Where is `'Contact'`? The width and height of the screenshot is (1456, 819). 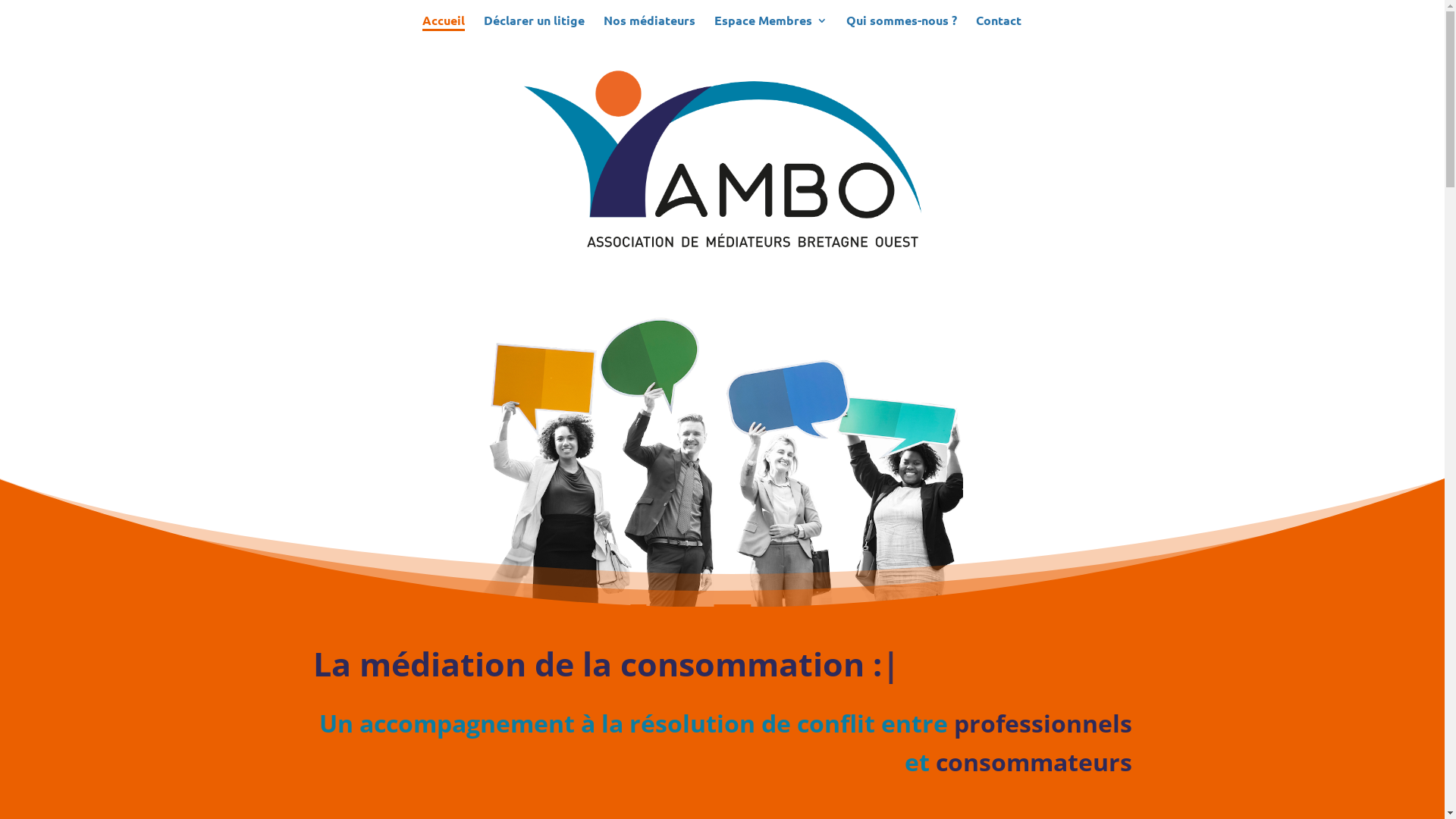
'Contact' is located at coordinates (997, 26).